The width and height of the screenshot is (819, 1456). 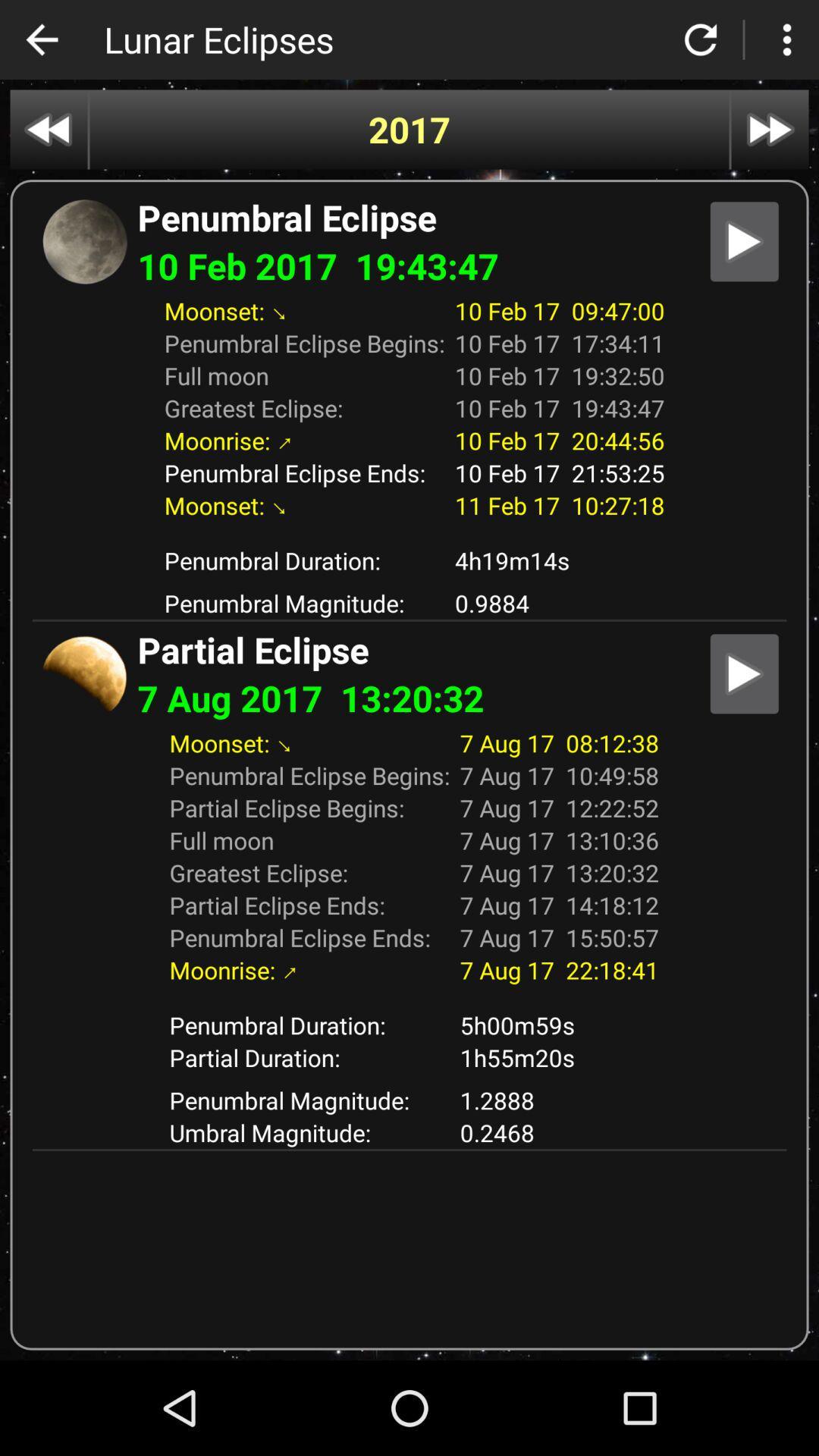 I want to click on previous, so click(x=48, y=130).